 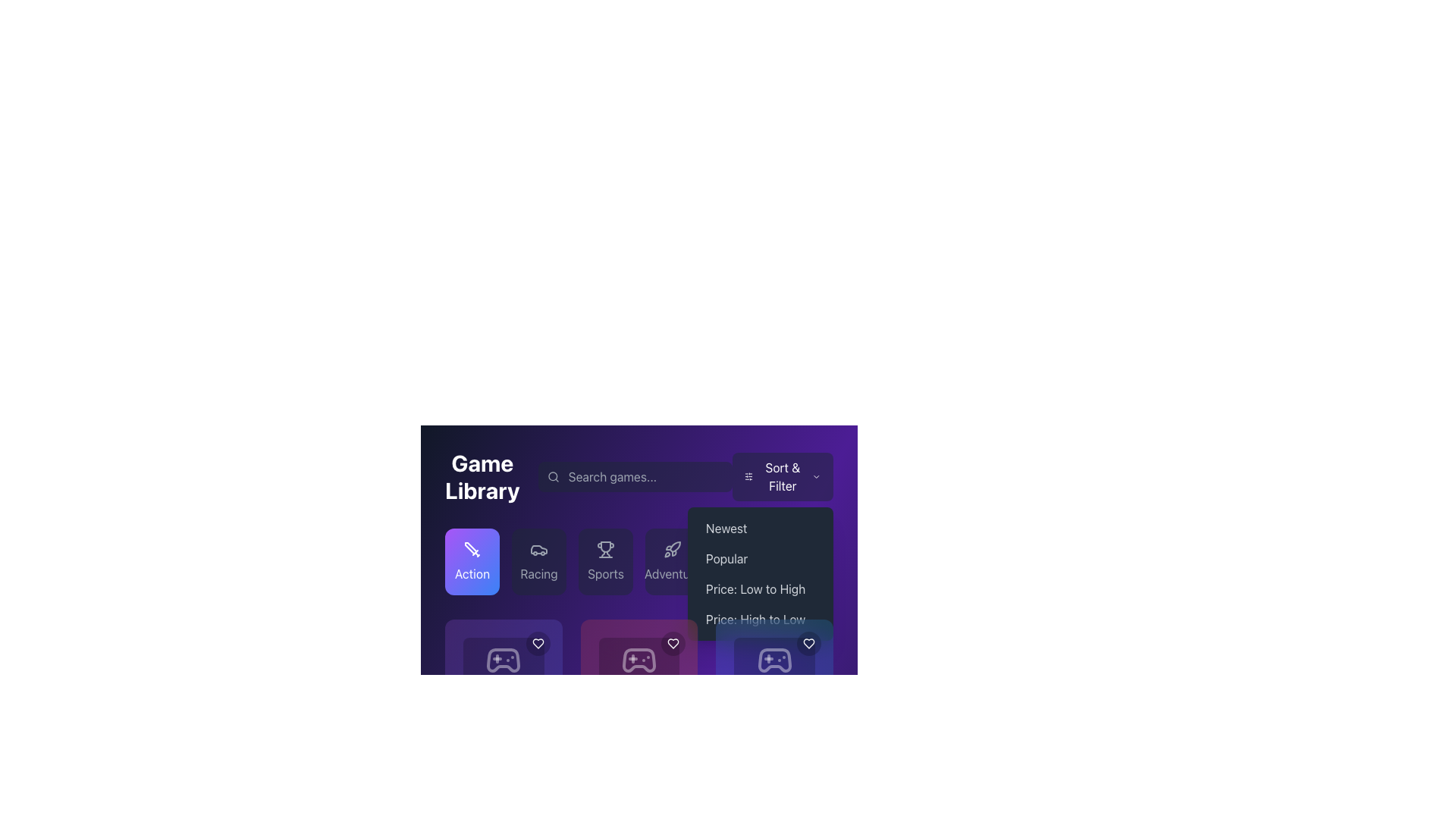 What do you see at coordinates (538, 550) in the screenshot?
I see `the car silhouette icon to trigger a tooltip or visual feedback` at bounding box center [538, 550].